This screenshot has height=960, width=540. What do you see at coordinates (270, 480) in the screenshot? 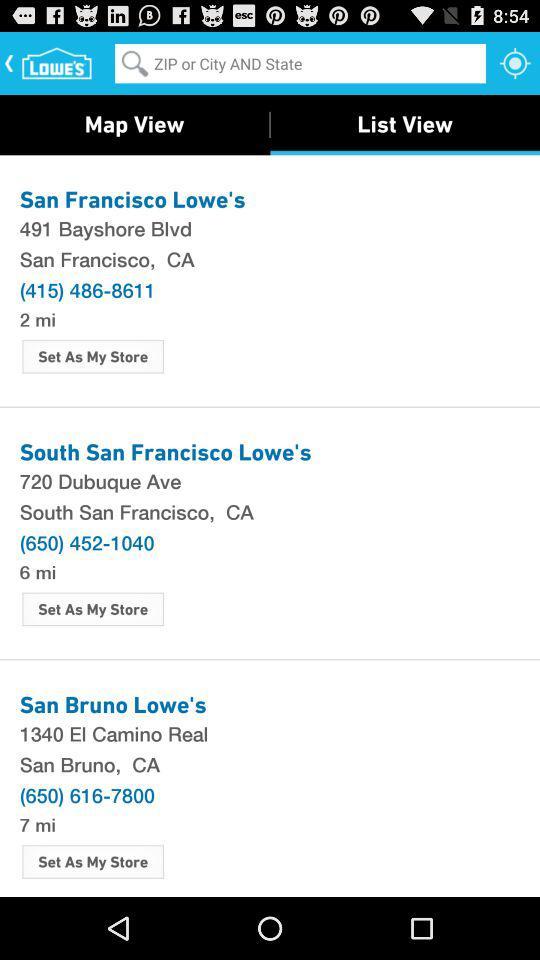
I see `the 720 dubuque ave item` at bounding box center [270, 480].